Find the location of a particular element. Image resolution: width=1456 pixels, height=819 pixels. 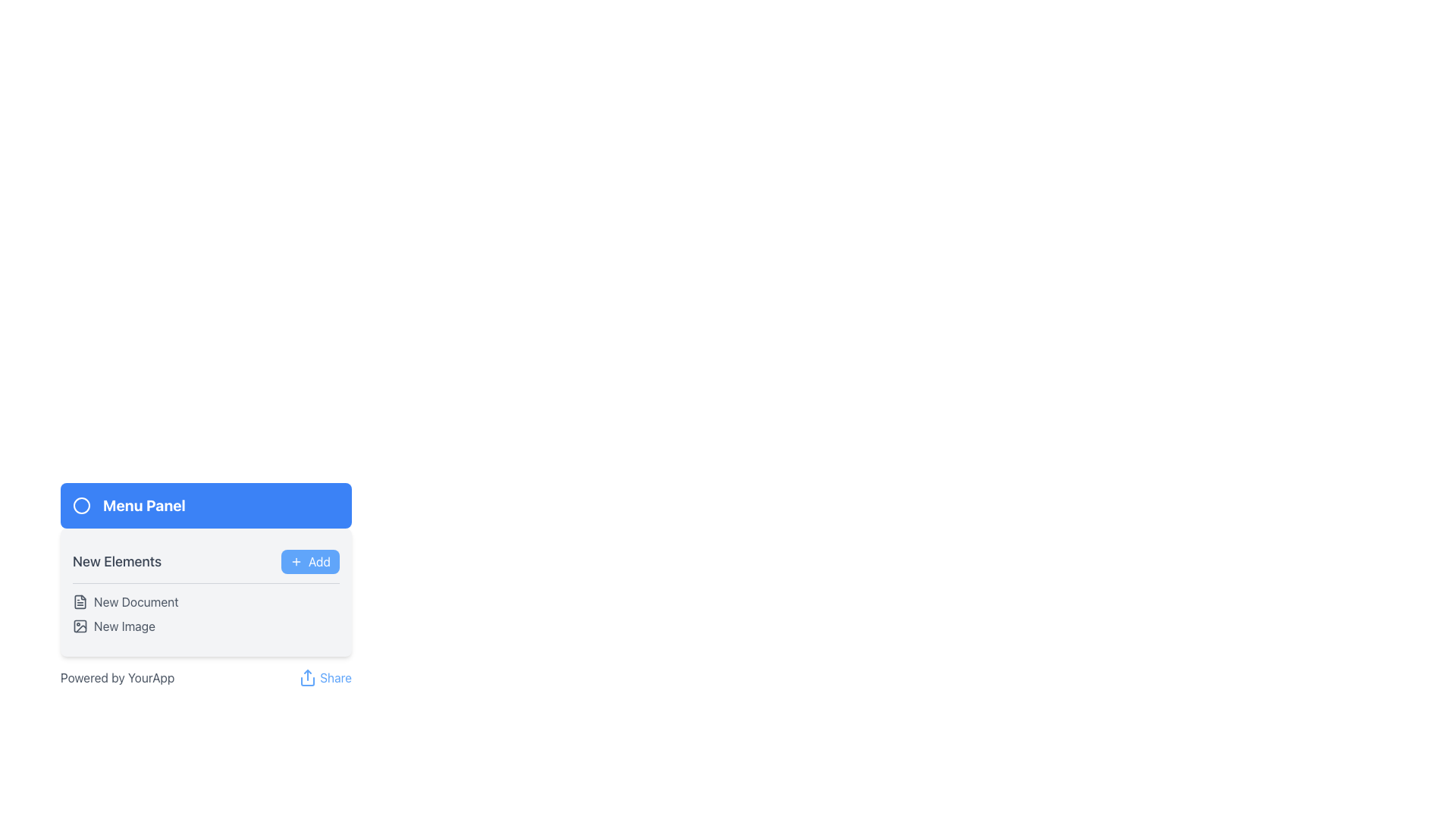

the bold white text 'Menu Panel' which is styled with an extra-large font and located inside a blue background with rounded corners at the bottom-left area of the interface is located at coordinates (144, 506).